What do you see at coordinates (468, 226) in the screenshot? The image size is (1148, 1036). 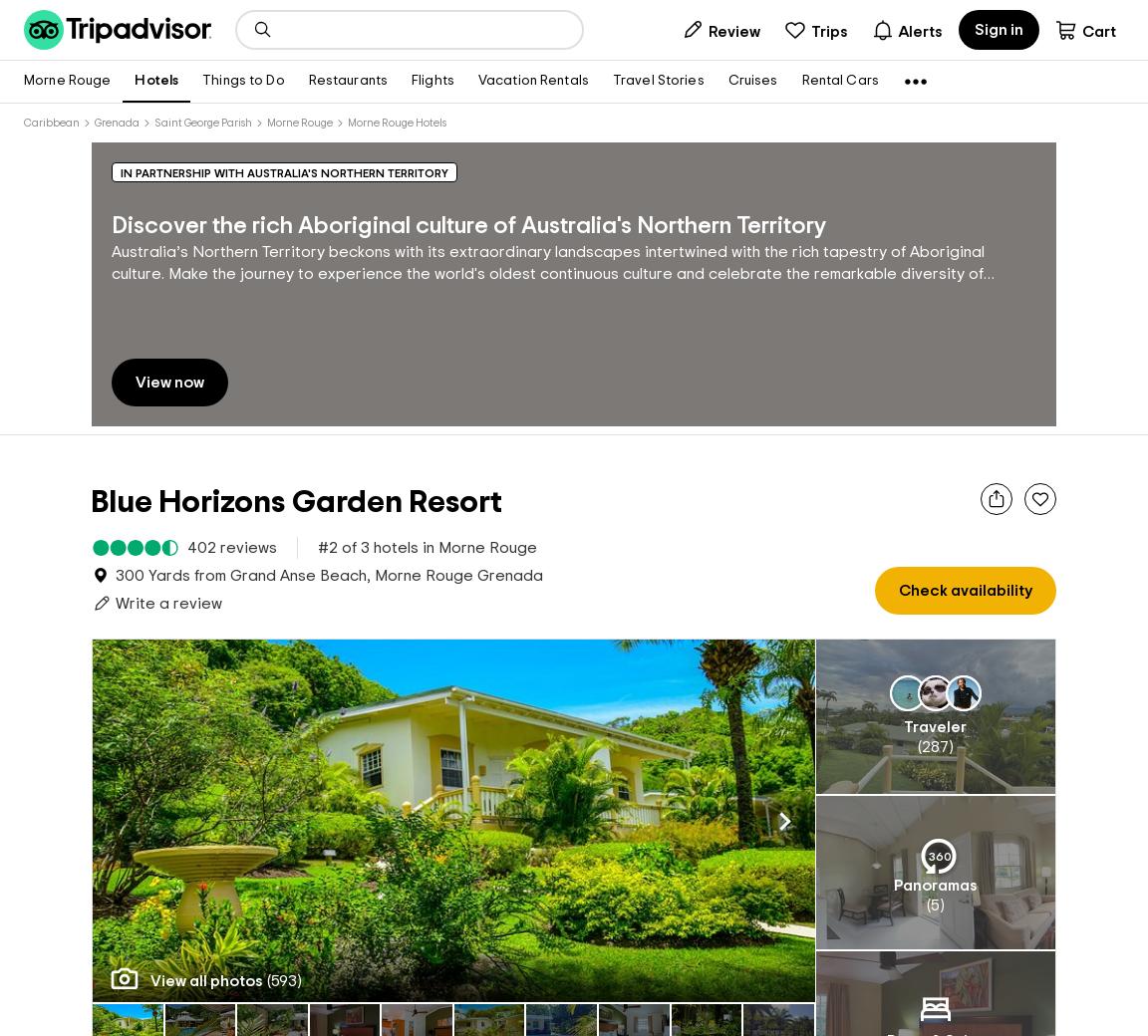 I see `'Discover the 
 rich Aboriginal 
 culture of  Australia's Northern Territory'` at bounding box center [468, 226].